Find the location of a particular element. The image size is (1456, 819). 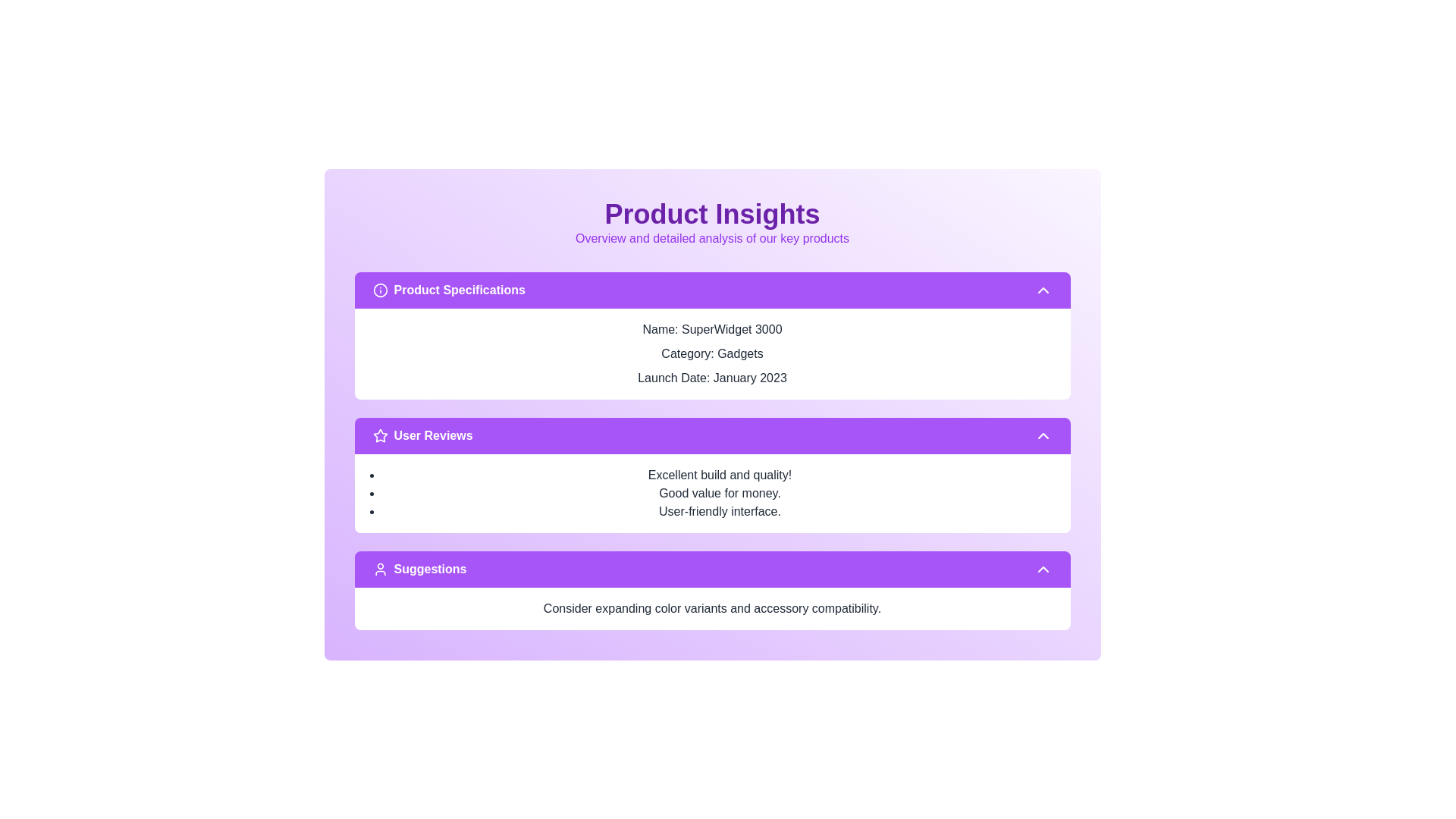

the 'Product Specifications' label header to potentially reveal tooltips related to the info icon beside it is located at coordinates (448, 290).